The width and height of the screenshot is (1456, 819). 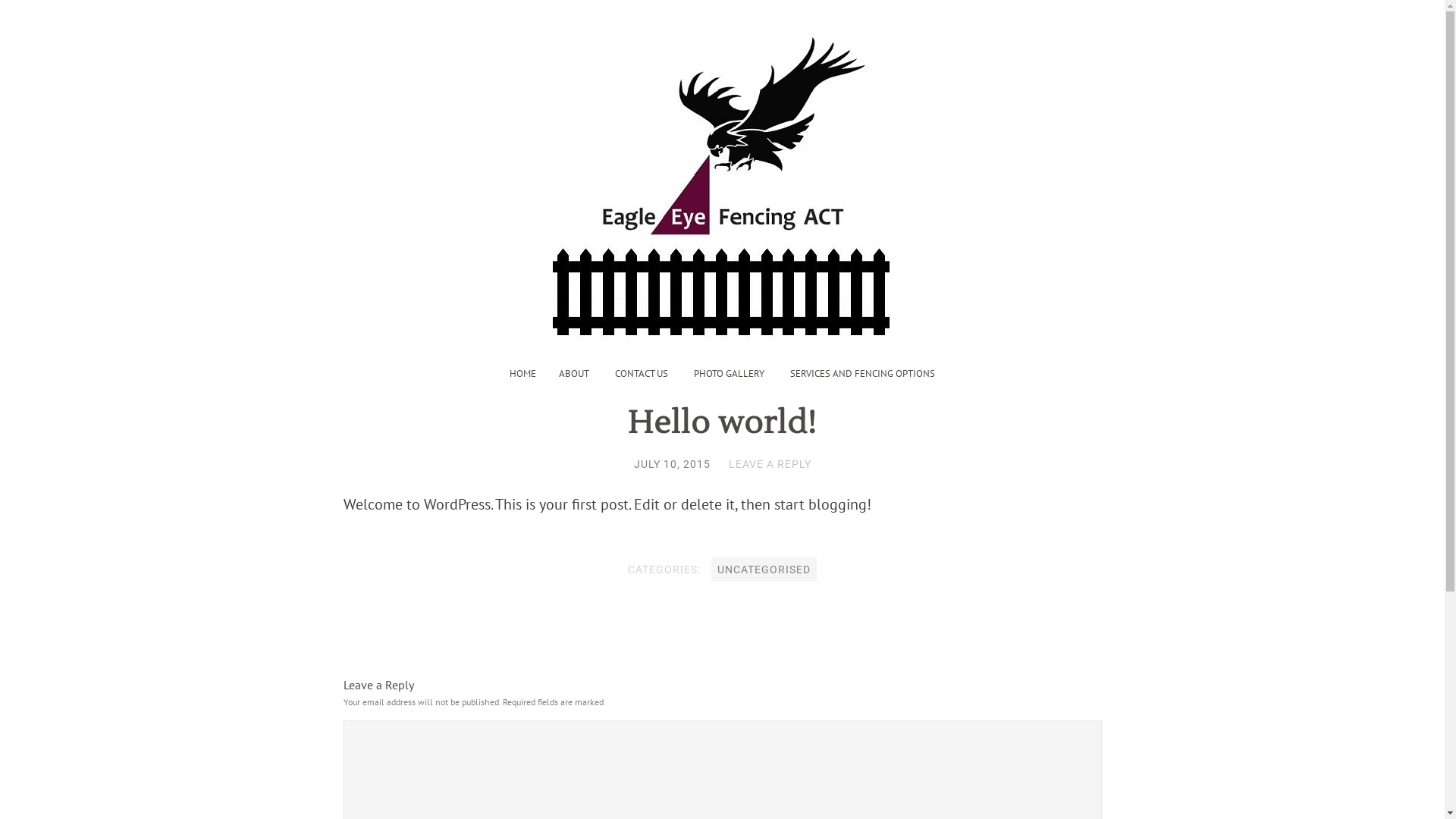 I want to click on 'SERVICES AND FENCING OPTIONS', so click(x=862, y=372).